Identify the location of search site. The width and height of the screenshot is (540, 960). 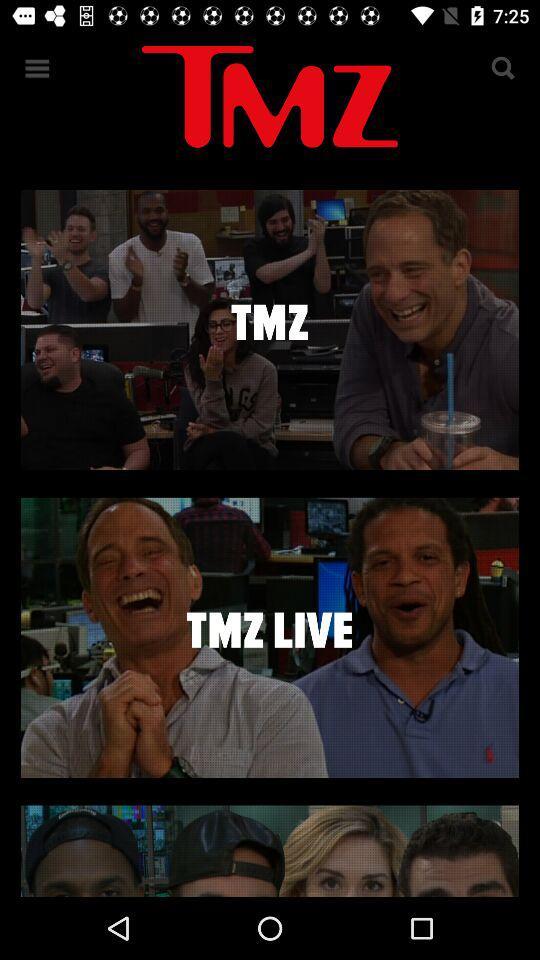
(501, 68).